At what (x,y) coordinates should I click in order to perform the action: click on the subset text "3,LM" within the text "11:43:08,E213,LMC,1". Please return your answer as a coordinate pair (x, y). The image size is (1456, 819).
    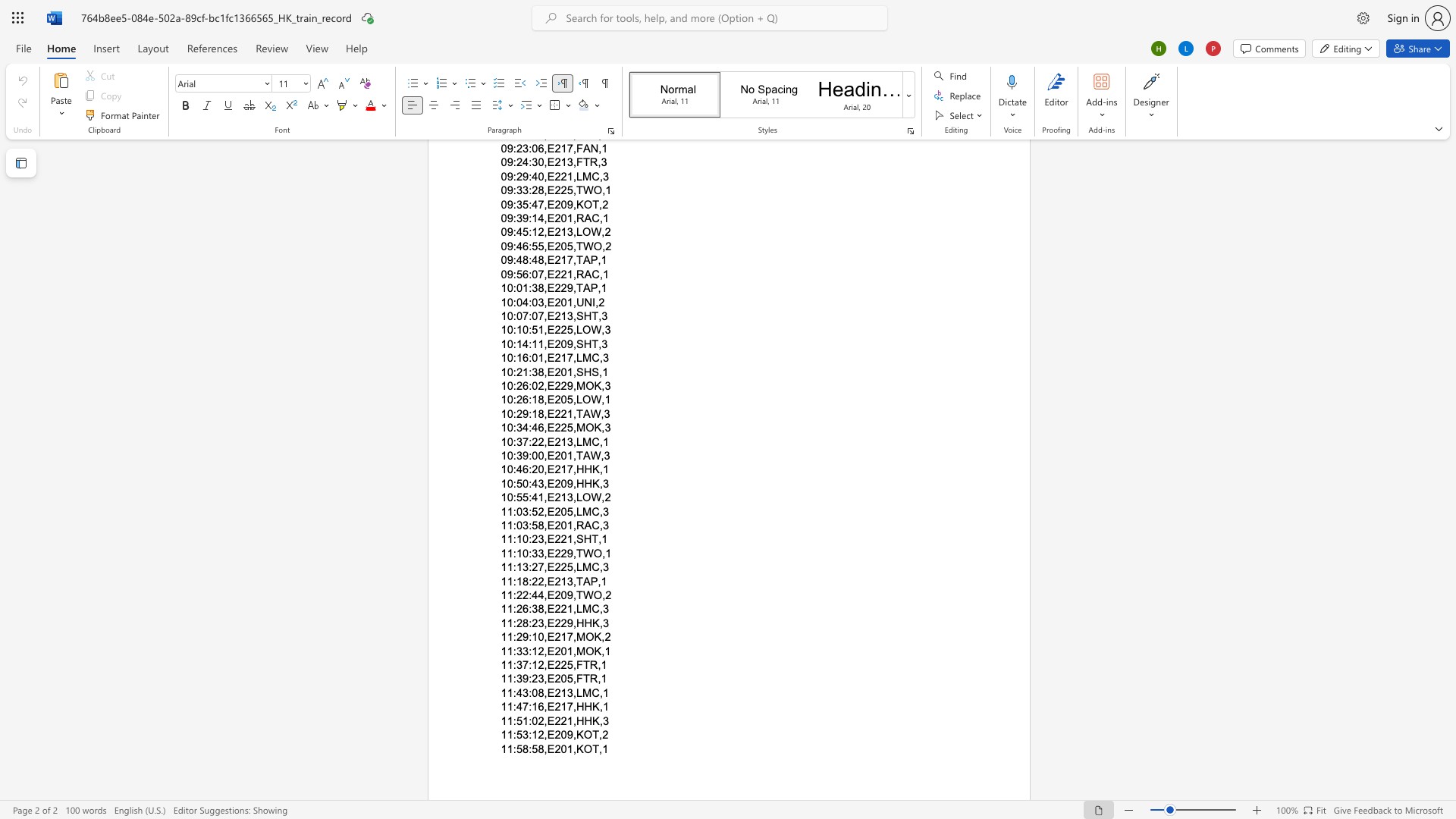
    Looking at the image, I should click on (566, 692).